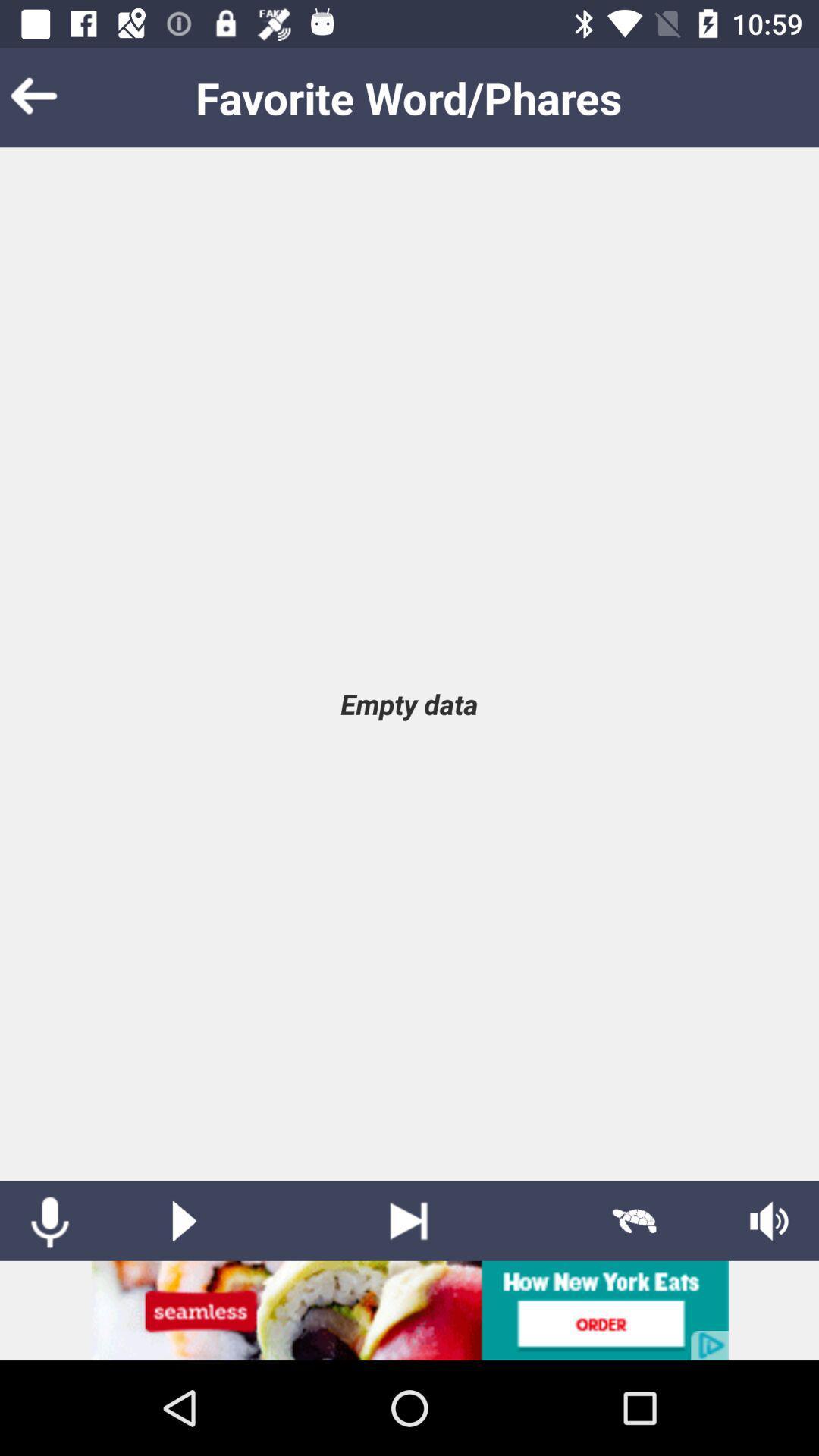 Image resolution: width=819 pixels, height=1456 pixels. Describe the element at coordinates (184, 1221) in the screenshot. I see `to play` at that location.